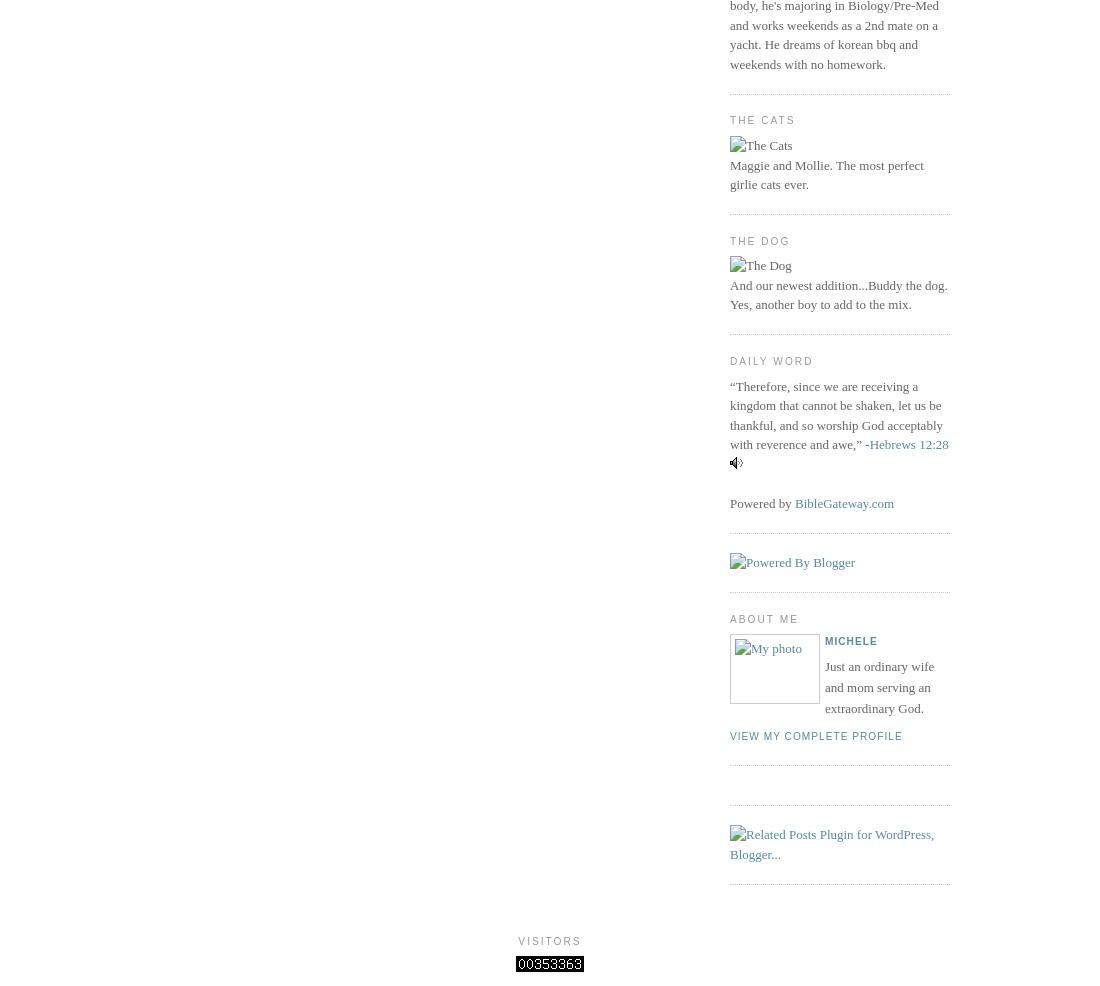 The height and width of the screenshot is (986, 1100). Describe the element at coordinates (728, 415) in the screenshot. I see `'“Therefore, since we are receiving a kingdom that cannot be shaken, let us be thankful, and so worship God acceptably with reverence and awe,” -'` at that location.